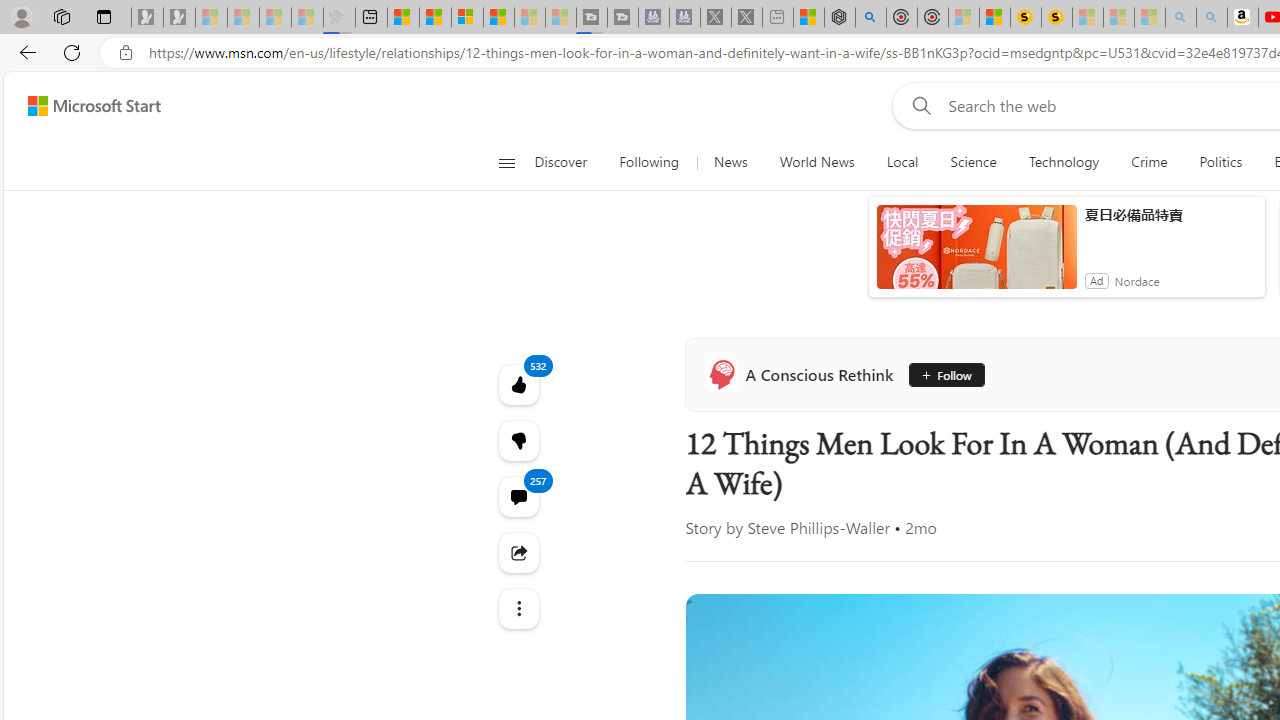 The width and height of the screenshot is (1280, 720). I want to click on 'Web search', so click(916, 105).